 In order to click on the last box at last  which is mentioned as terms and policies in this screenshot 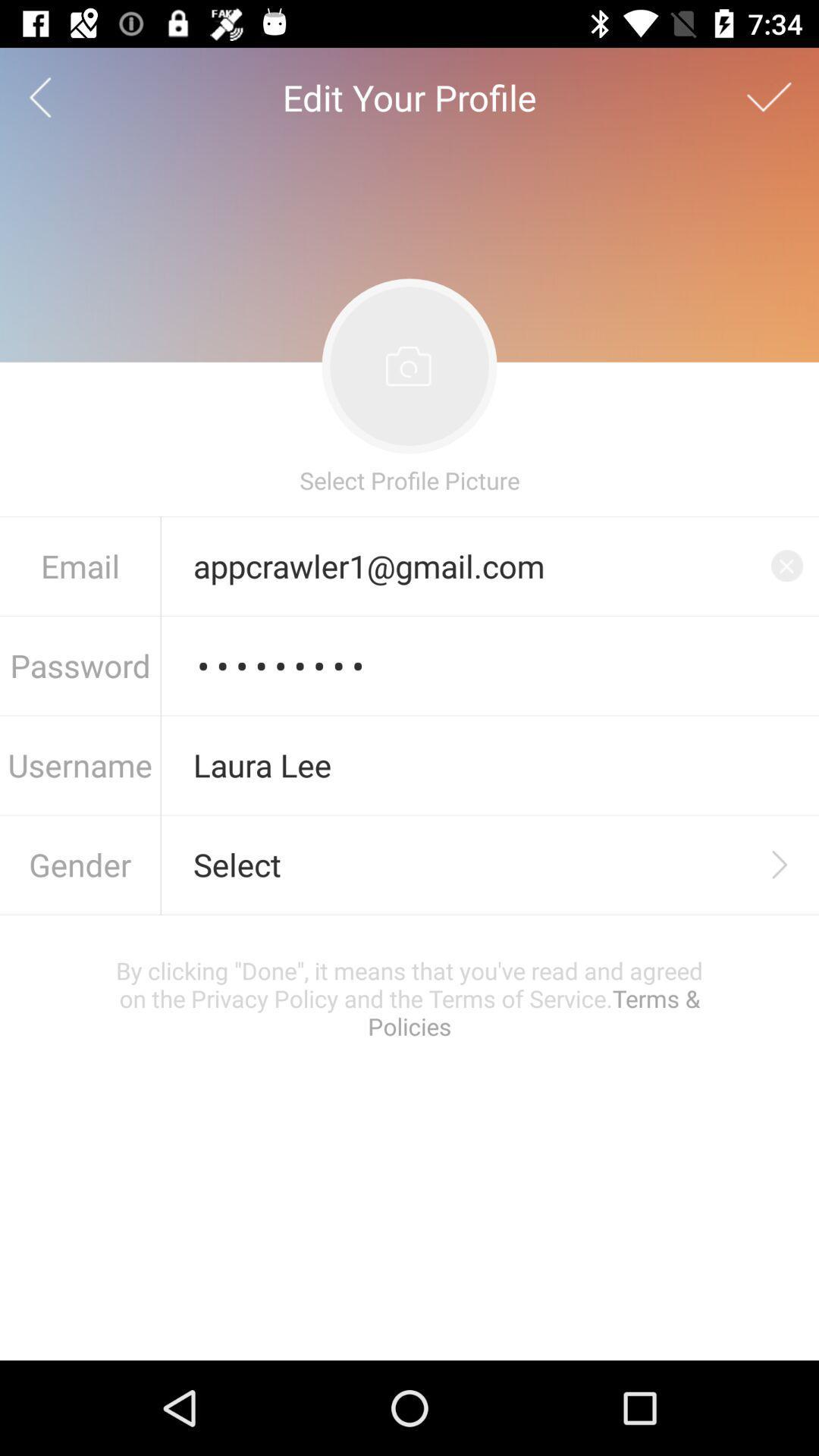, I will do `click(409, 998)`.